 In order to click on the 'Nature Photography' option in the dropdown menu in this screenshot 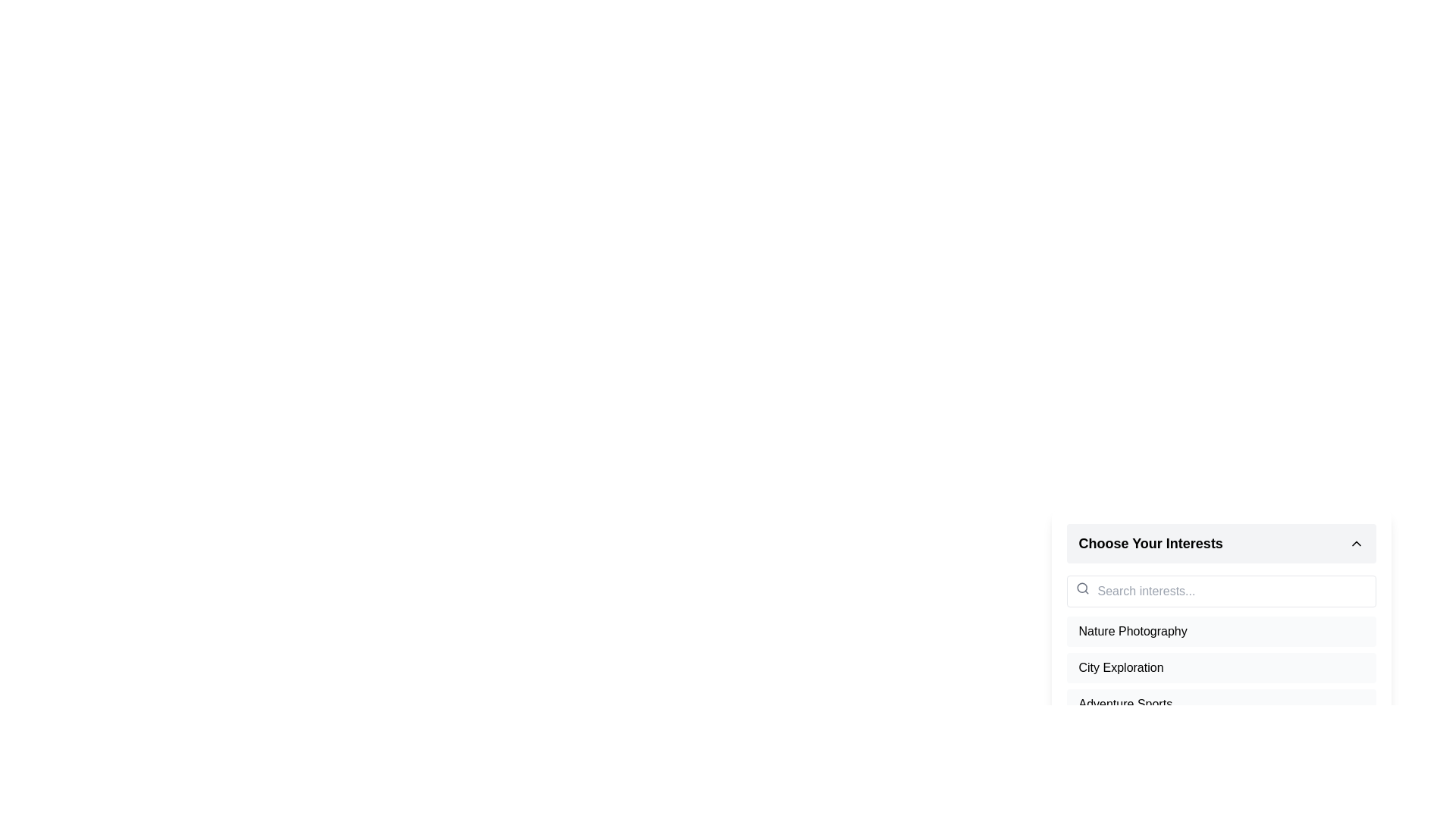, I will do `click(1221, 640)`.